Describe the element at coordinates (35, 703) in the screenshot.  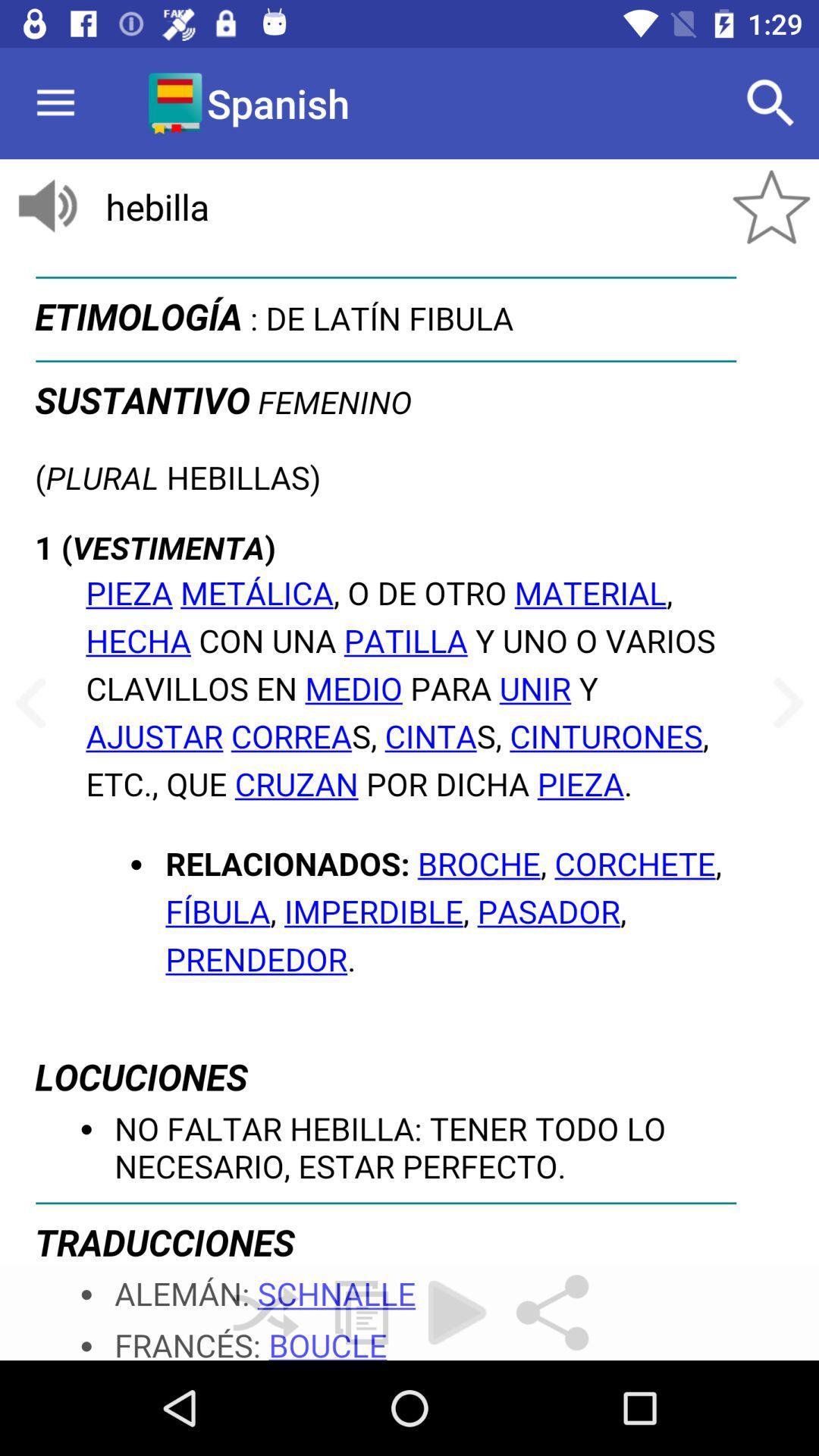
I see `the arrow_backward icon` at that location.